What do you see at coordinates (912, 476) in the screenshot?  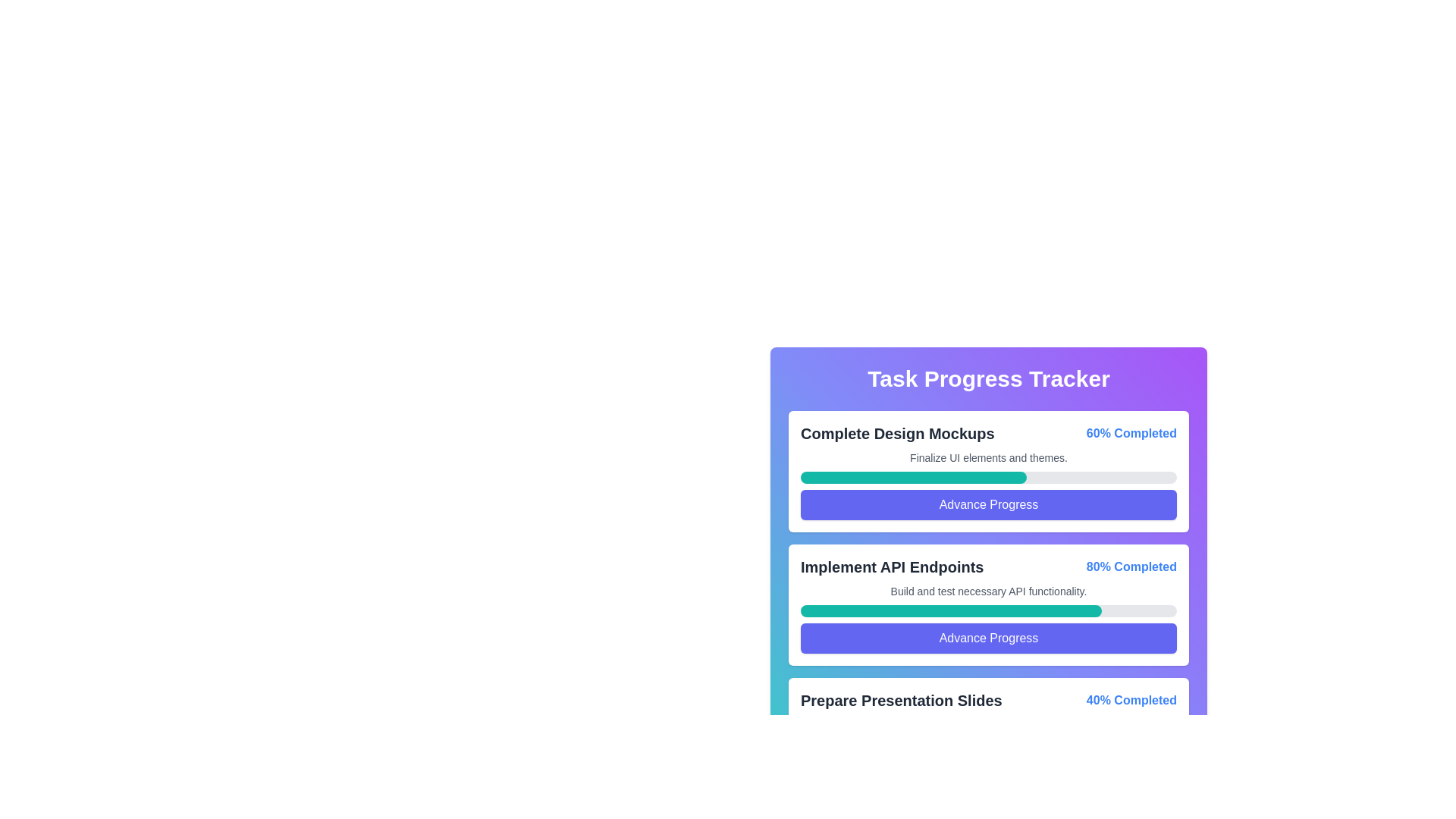 I see `the progress indicator bar that visually represents a 60% completion for the task 'Complete Design Mockups'` at bounding box center [912, 476].